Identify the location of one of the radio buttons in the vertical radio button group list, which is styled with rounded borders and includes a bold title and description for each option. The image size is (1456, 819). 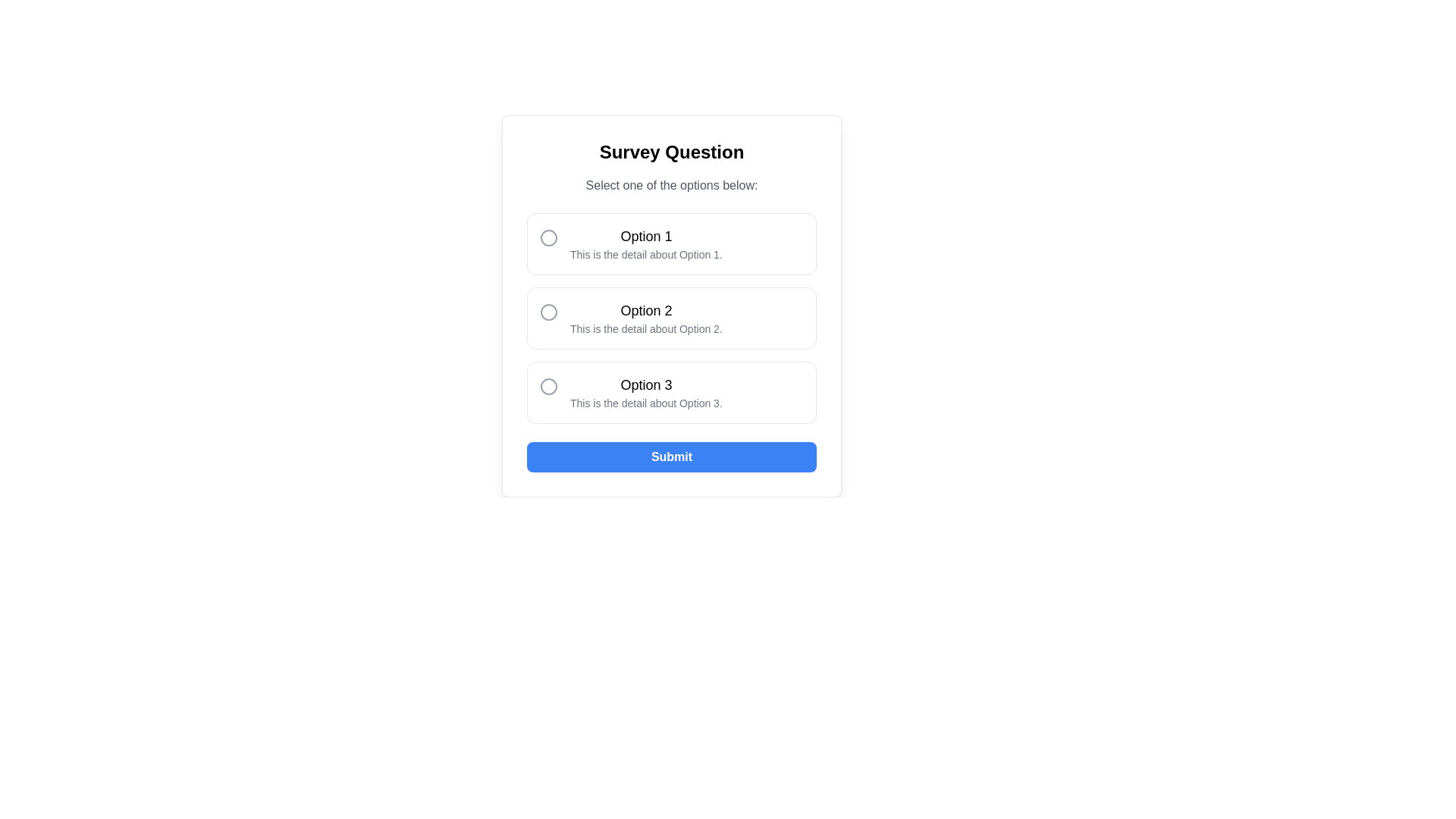
(671, 318).